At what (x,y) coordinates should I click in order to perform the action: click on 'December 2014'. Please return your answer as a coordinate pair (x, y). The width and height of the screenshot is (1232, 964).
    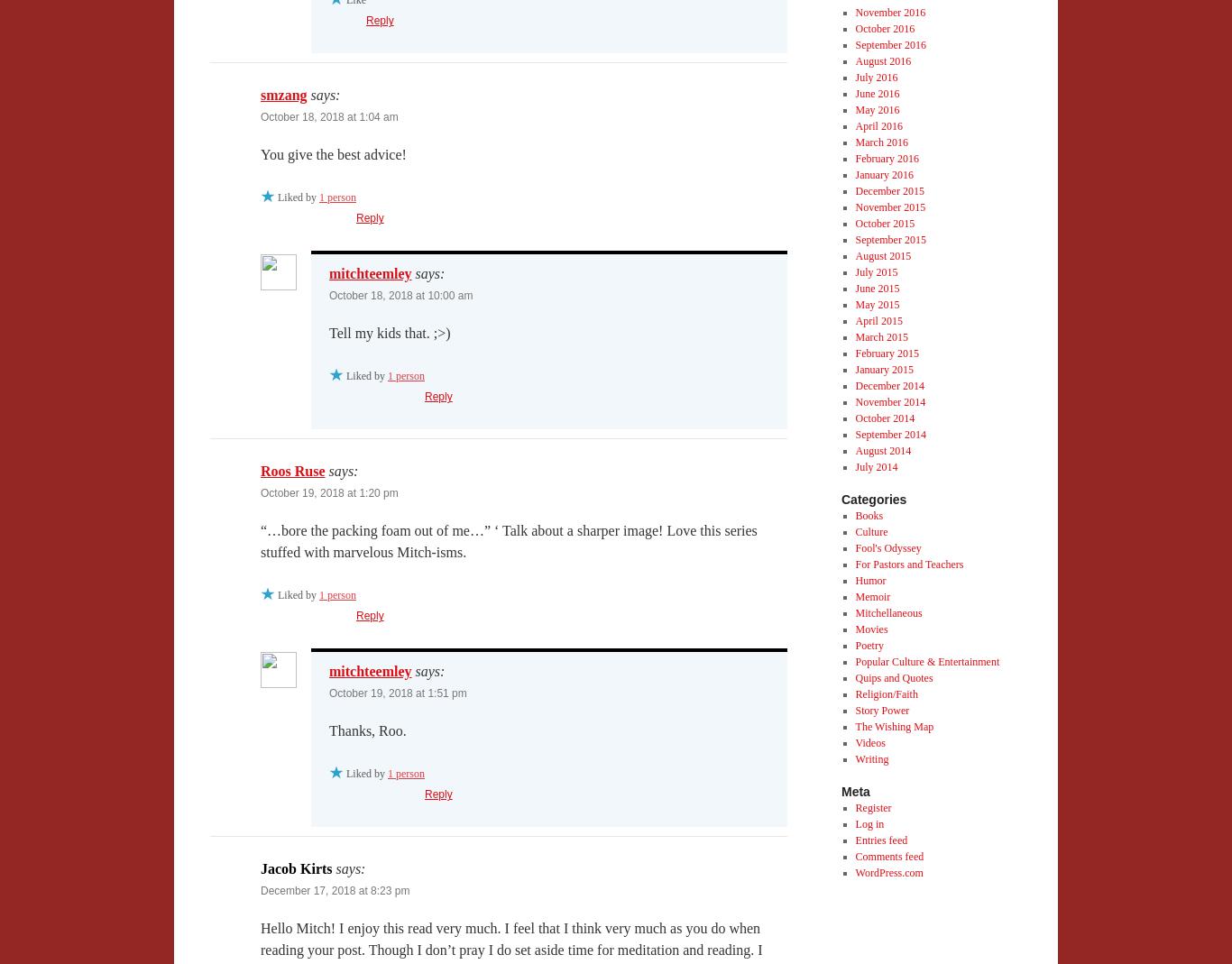
    Looking at the image, I should click on (888, 384).